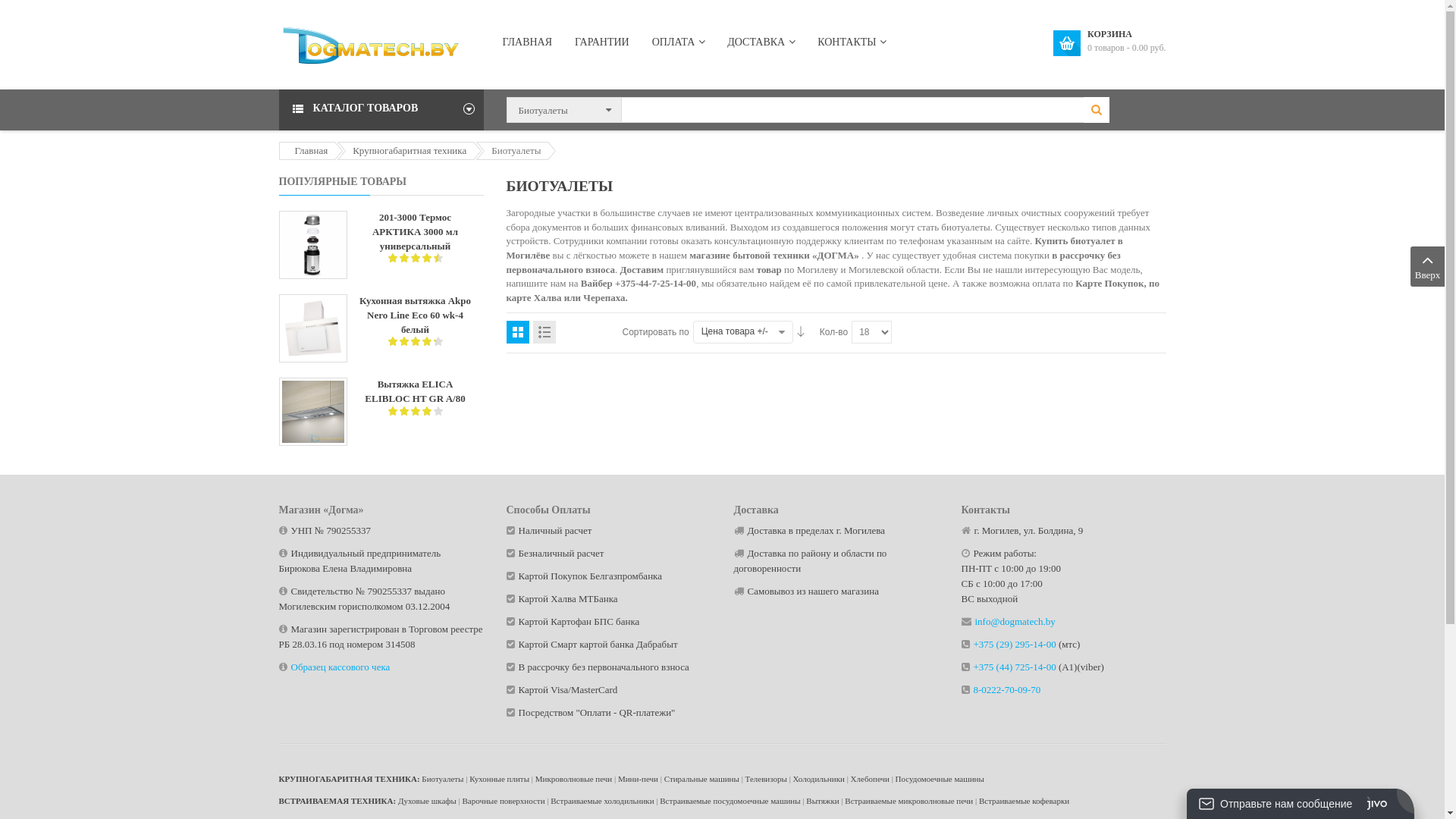 This screenshot has width=1456, height=819. What do you see at coordinates (1015, 644) in the screenshot?
I see `'+375 (29) 295-14-00'` at bounding box center [1015, 644].